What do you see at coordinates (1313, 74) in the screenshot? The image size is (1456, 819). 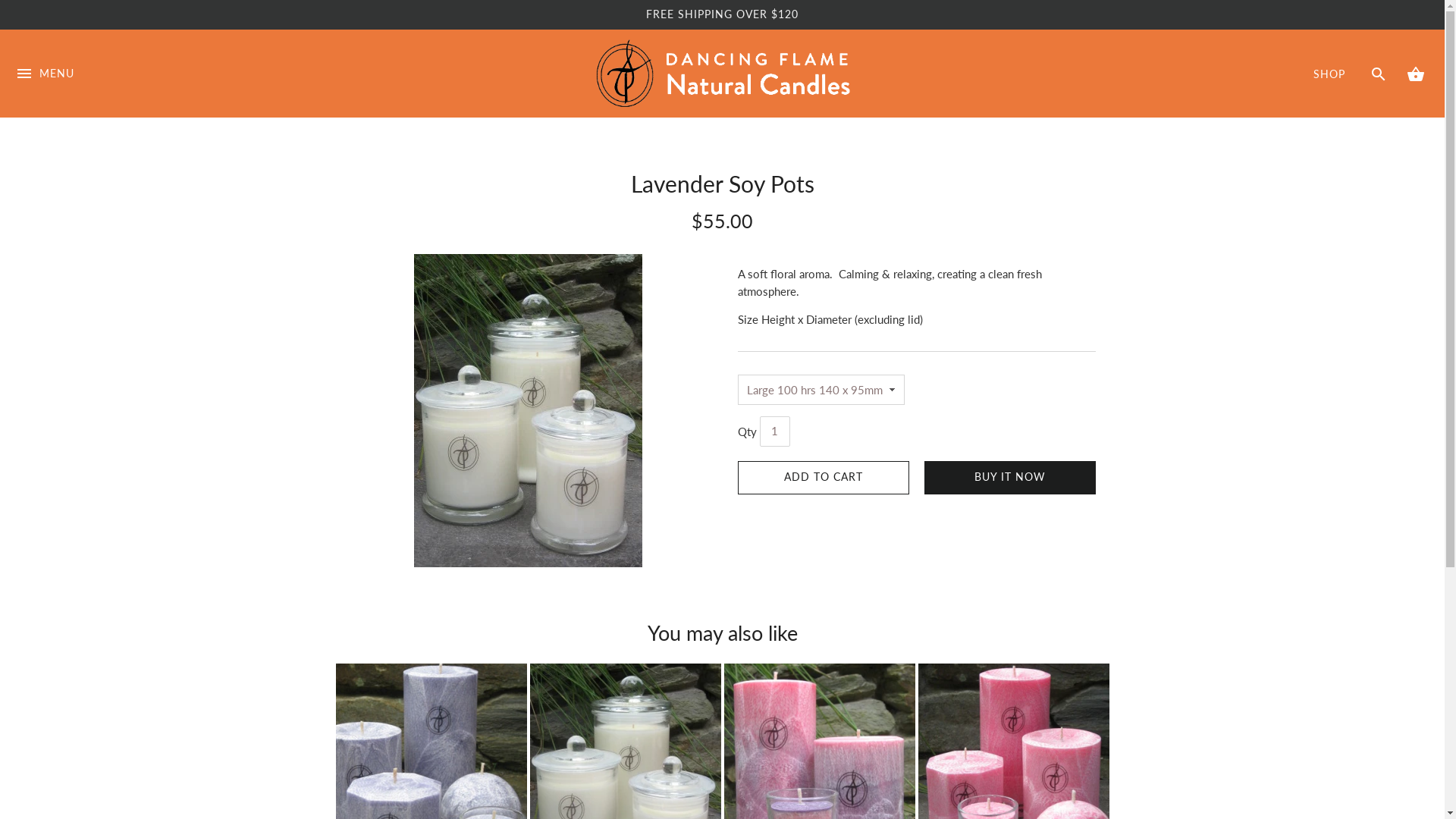 I see `'SHOP'` at bounding box center [1313, 74].